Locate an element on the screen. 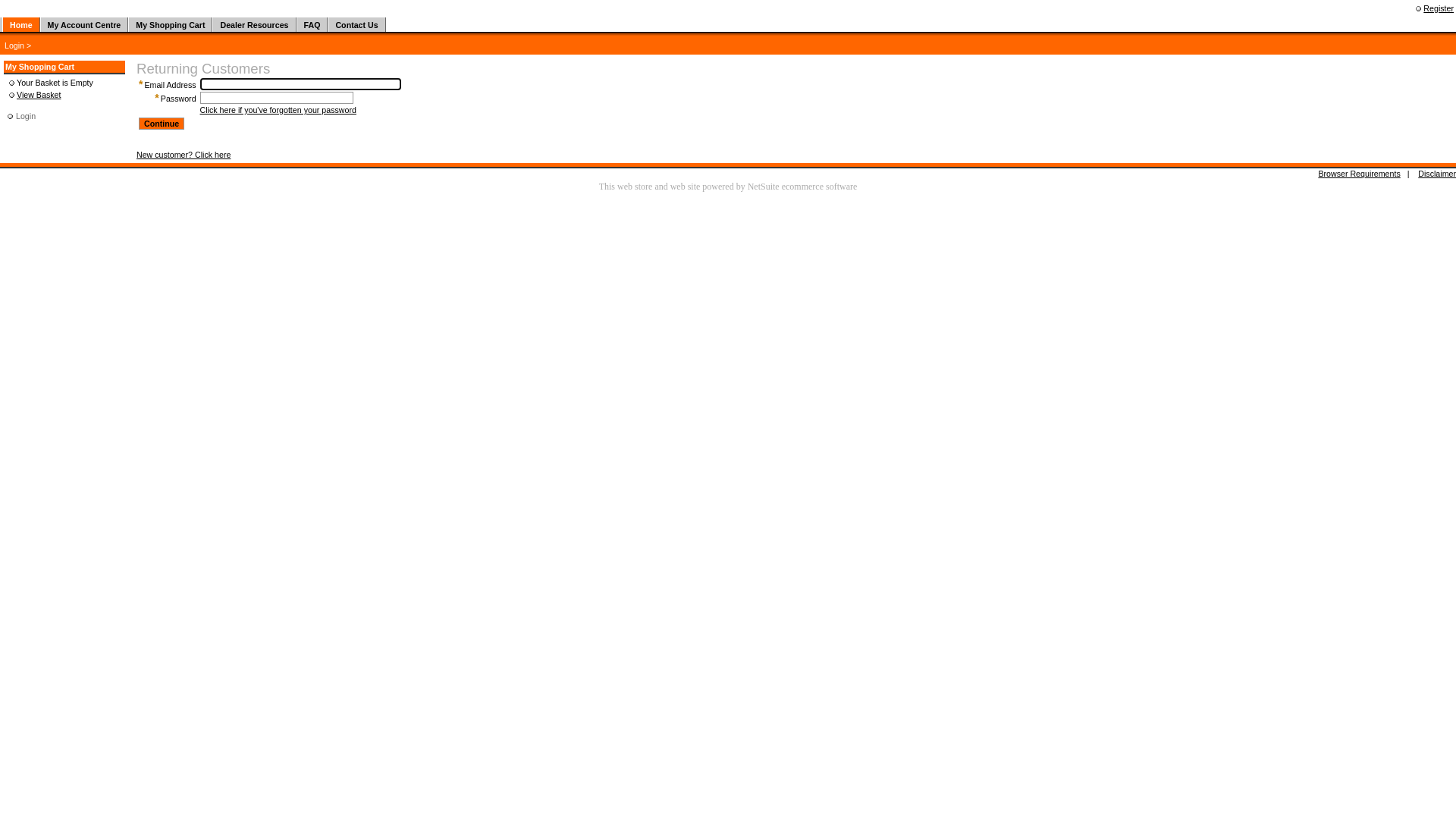 The image size is (1456, 819). 'FAQ' is located at coordinates (312, 24).